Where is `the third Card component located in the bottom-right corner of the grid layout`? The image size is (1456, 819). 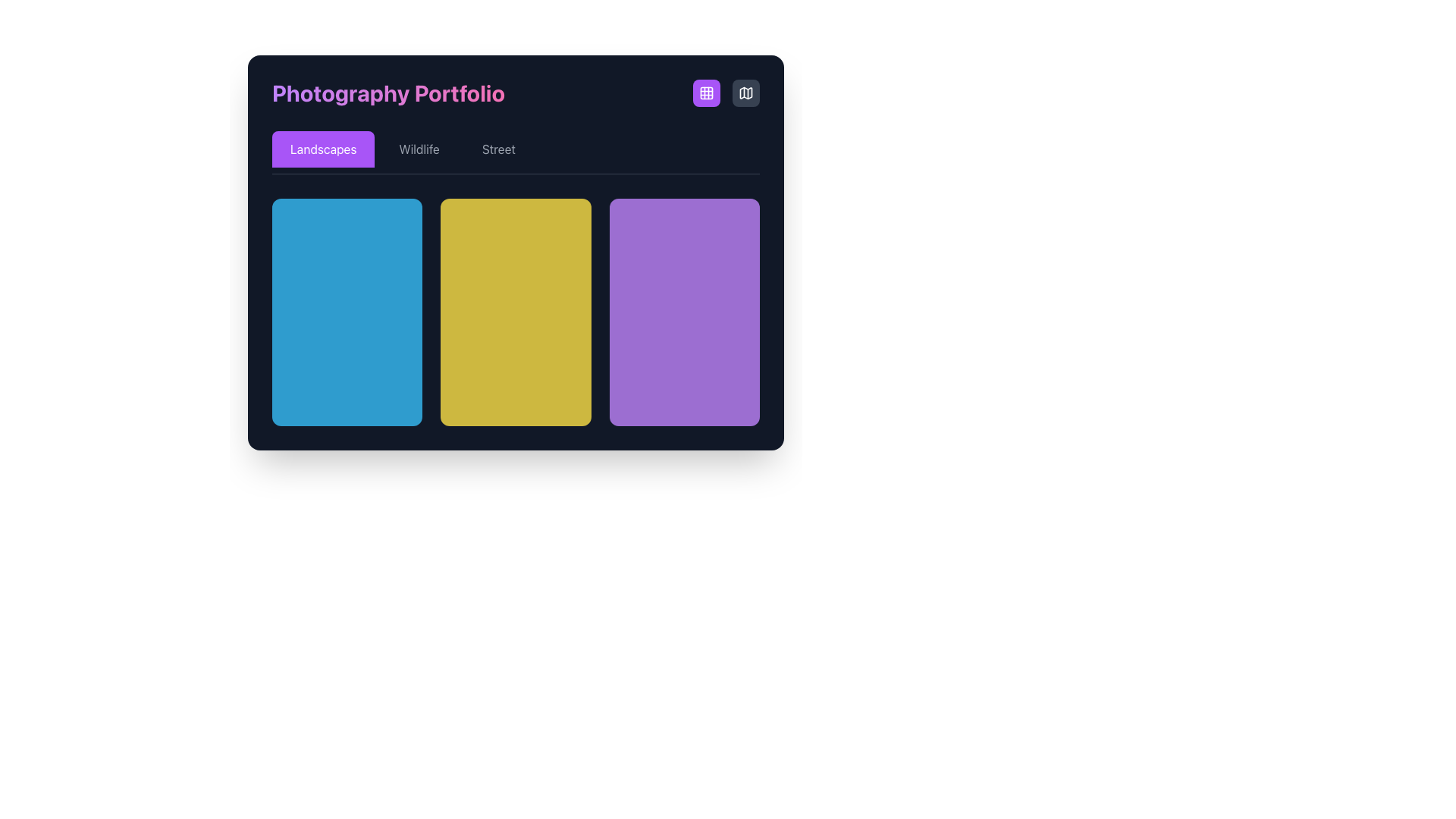
the third Card component located in the bottom-right corner of the grid layout is located at coordinates (683, 312).